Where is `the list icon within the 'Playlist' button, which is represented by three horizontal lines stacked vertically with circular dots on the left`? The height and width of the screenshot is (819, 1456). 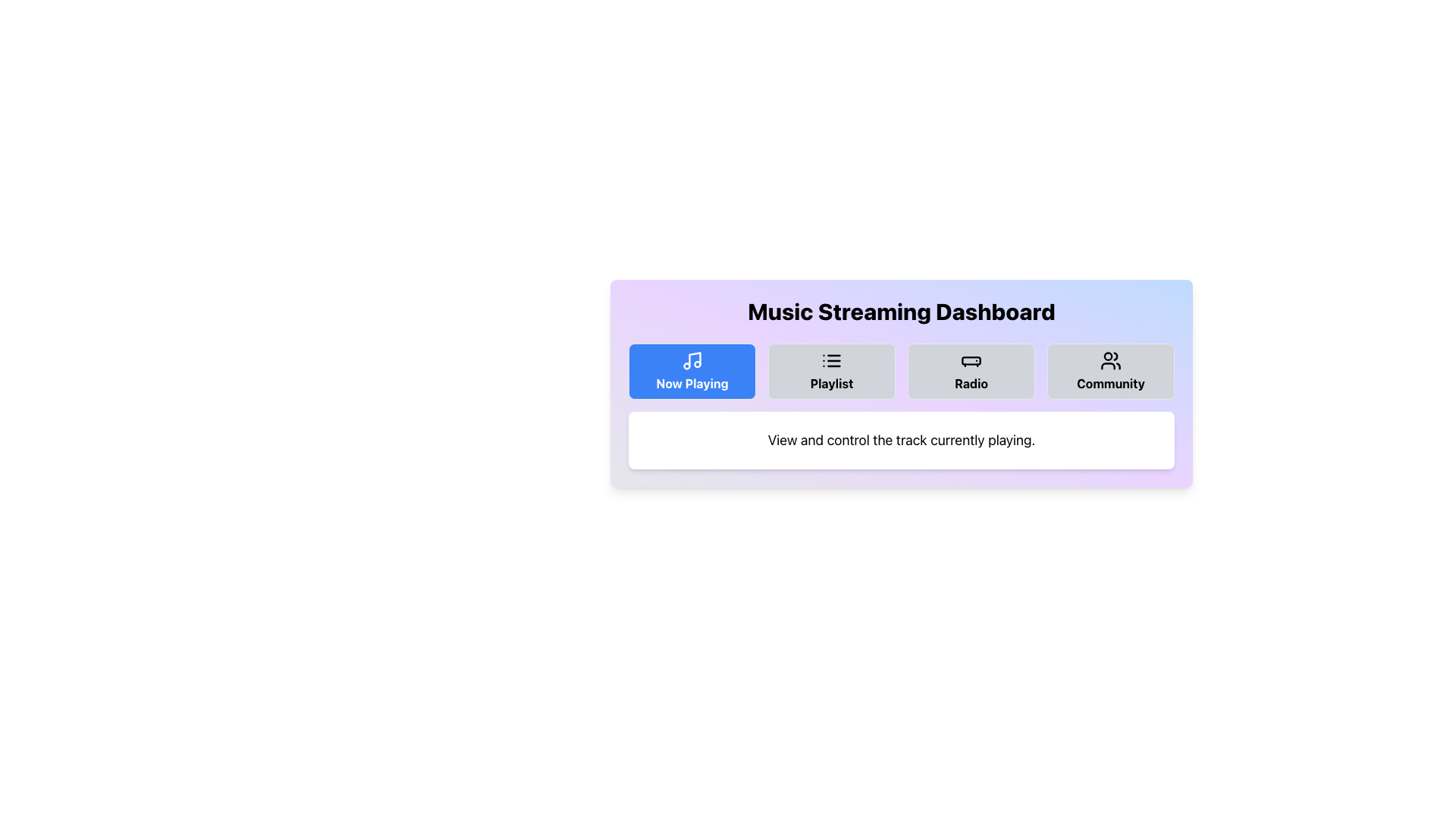
the list icon within the 'Playlist' button, which is represented by three horizontal lines stacked vertically with circular dots on the left is located at coordinates (831, 360).